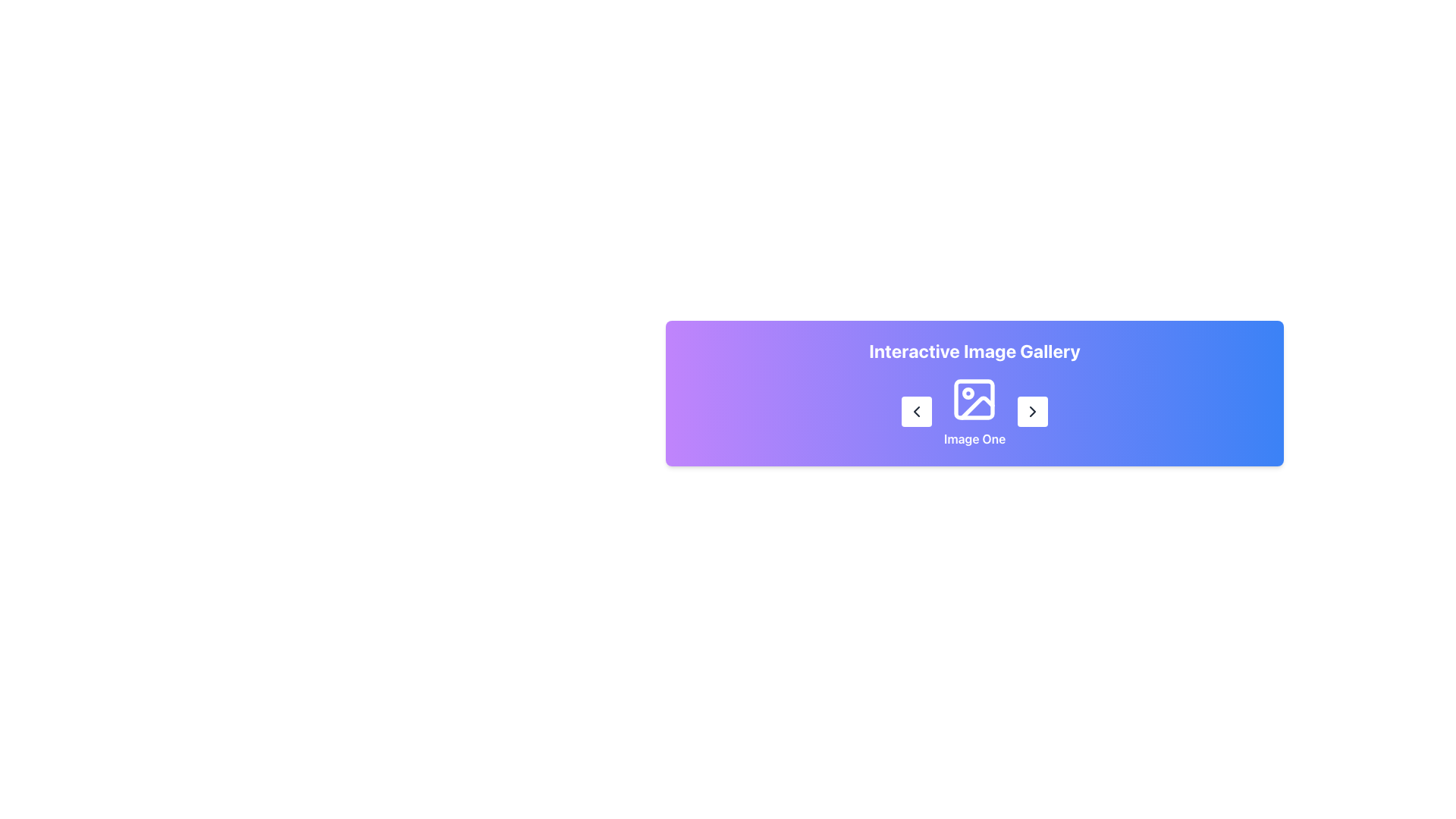 The width and height of the screenshot is (1456, 819). What do you see at coordinates (974, 399) in the screenshot?
I see `the minimalist picture representation icon in the Interactive Image Gallery, which is centrally aligned above the text 'Image One'` at bounding box center [974, 399].